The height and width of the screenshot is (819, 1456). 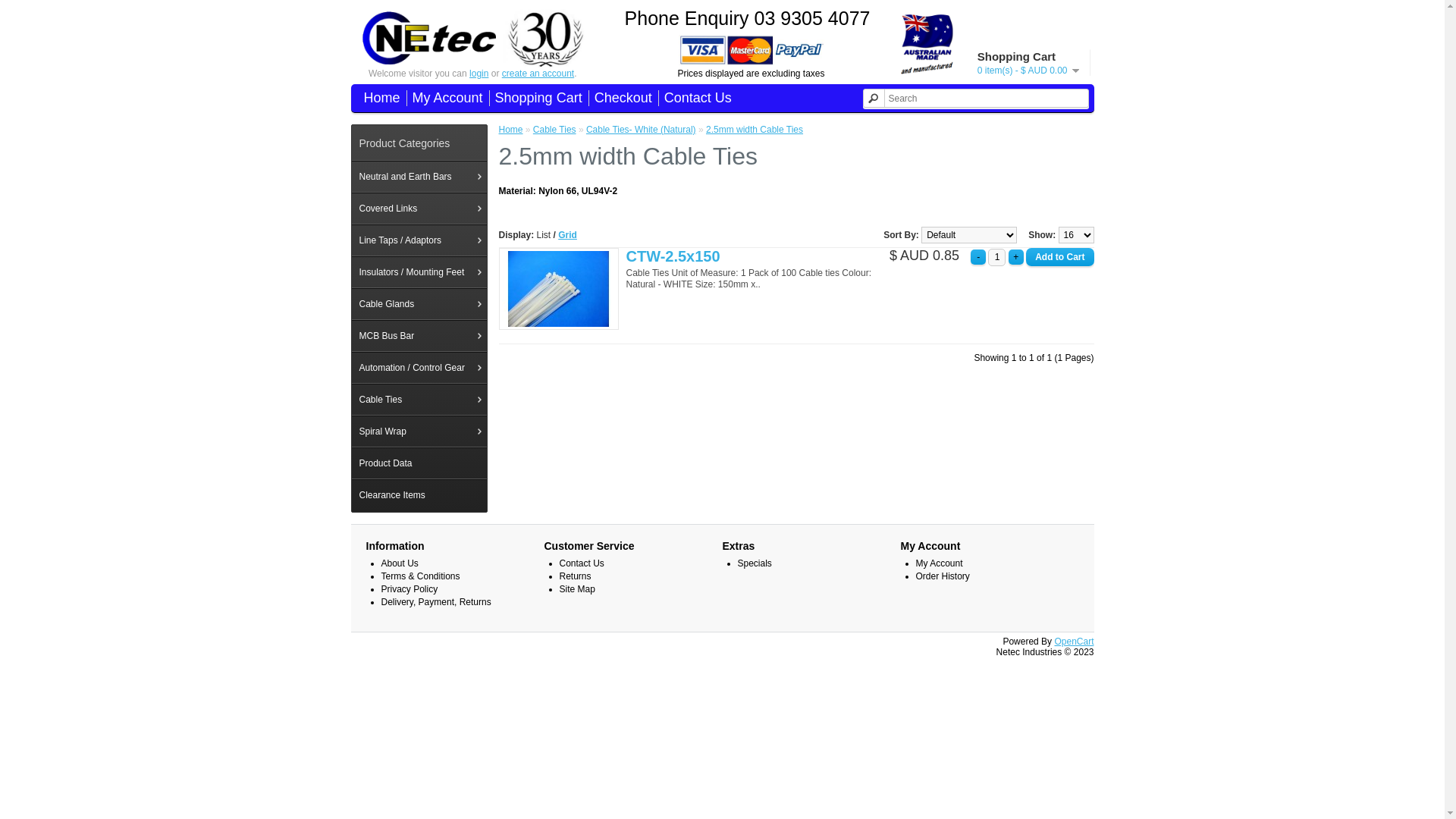 I want to click on 'Order History', so click(x=942, y=576).